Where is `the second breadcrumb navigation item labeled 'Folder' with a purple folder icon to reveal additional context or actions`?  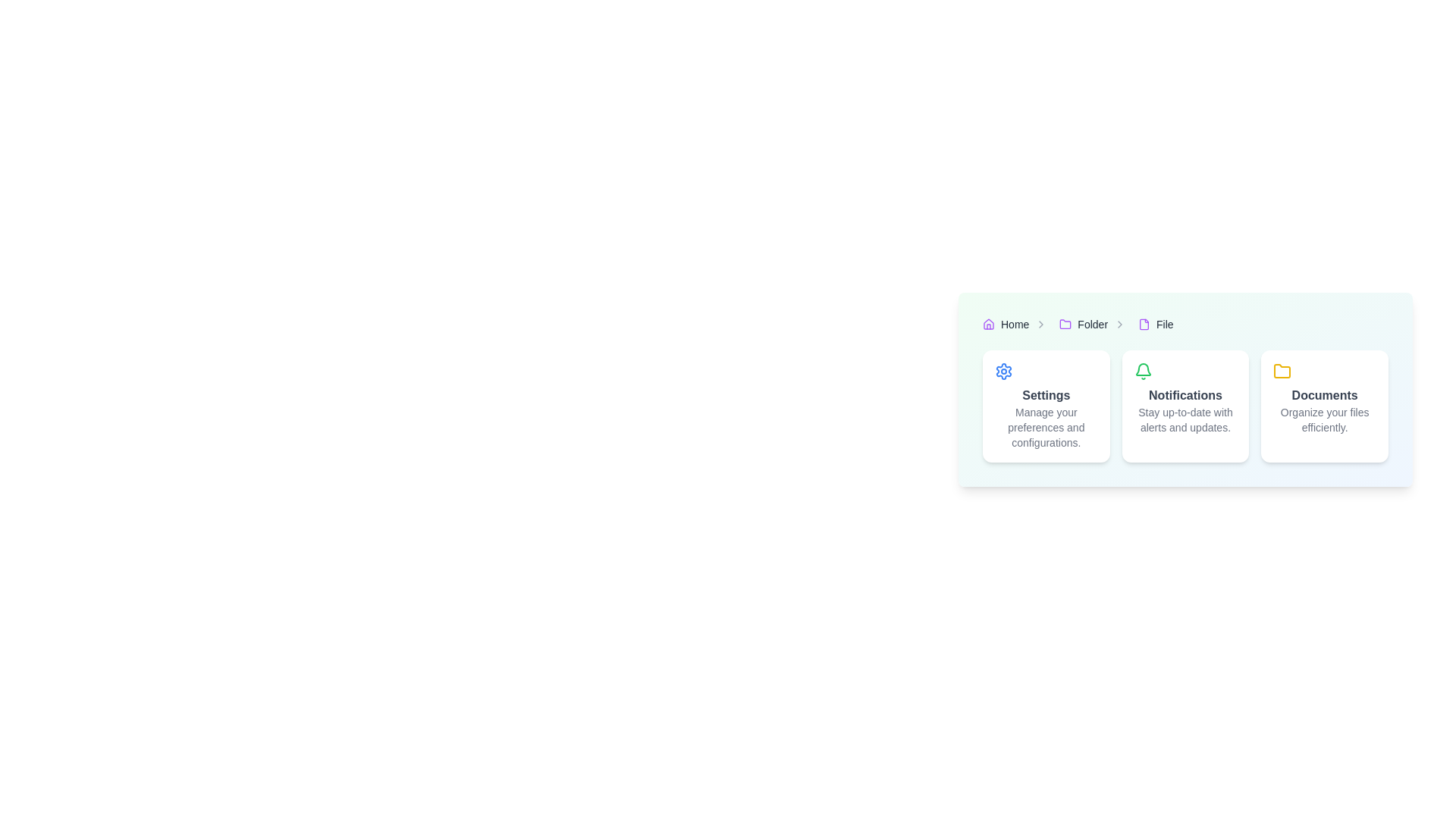 the second breadcrumb navigation item labeled 'Folder' with a purple folder icon to reveal additional context or actions is located at coordinates (1096, 324).